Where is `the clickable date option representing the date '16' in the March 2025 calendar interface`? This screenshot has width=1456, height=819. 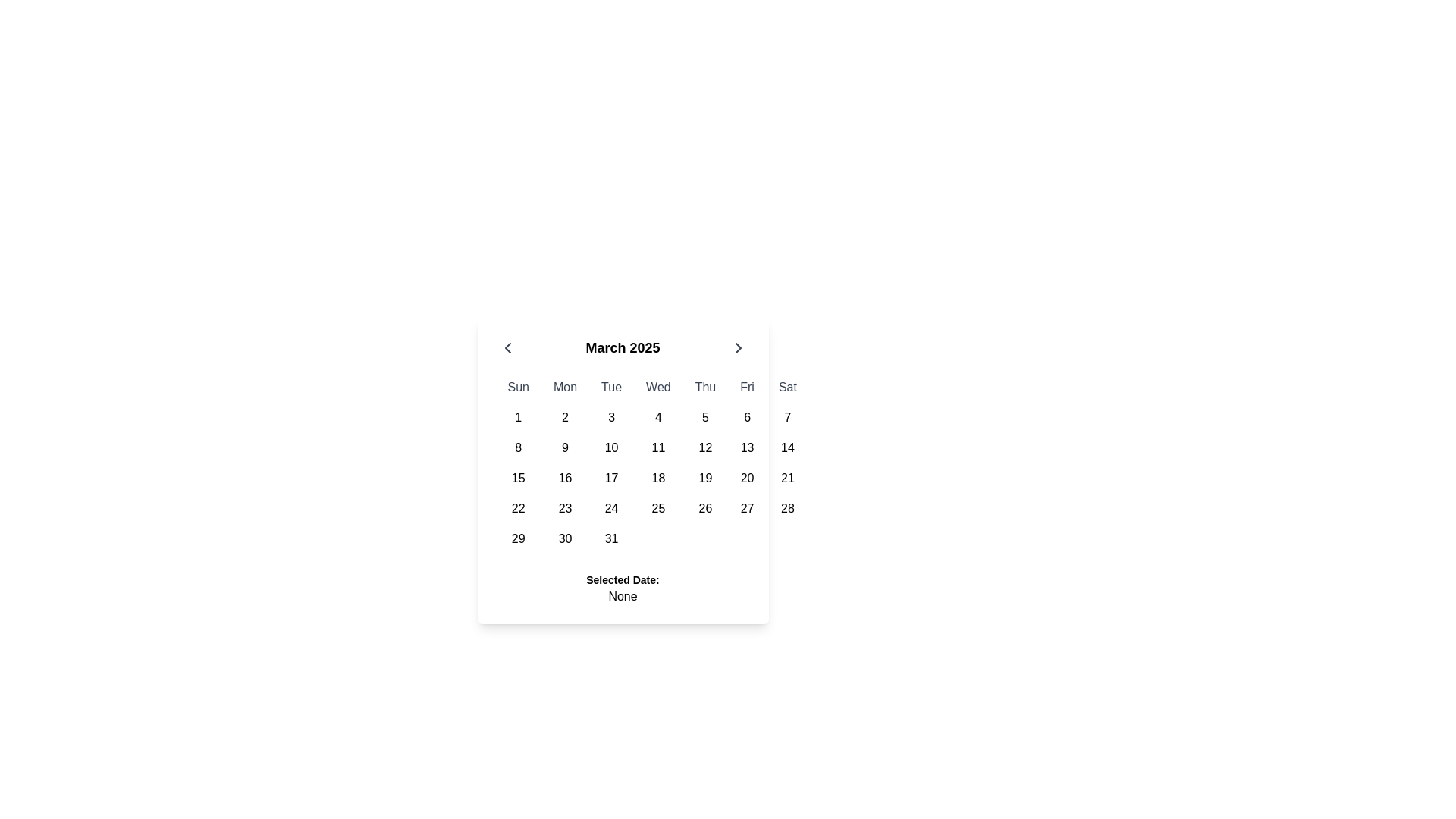 the clickable date option representing the date '16' in the March 2025 calendar interface is located at coordinates (564, 479).